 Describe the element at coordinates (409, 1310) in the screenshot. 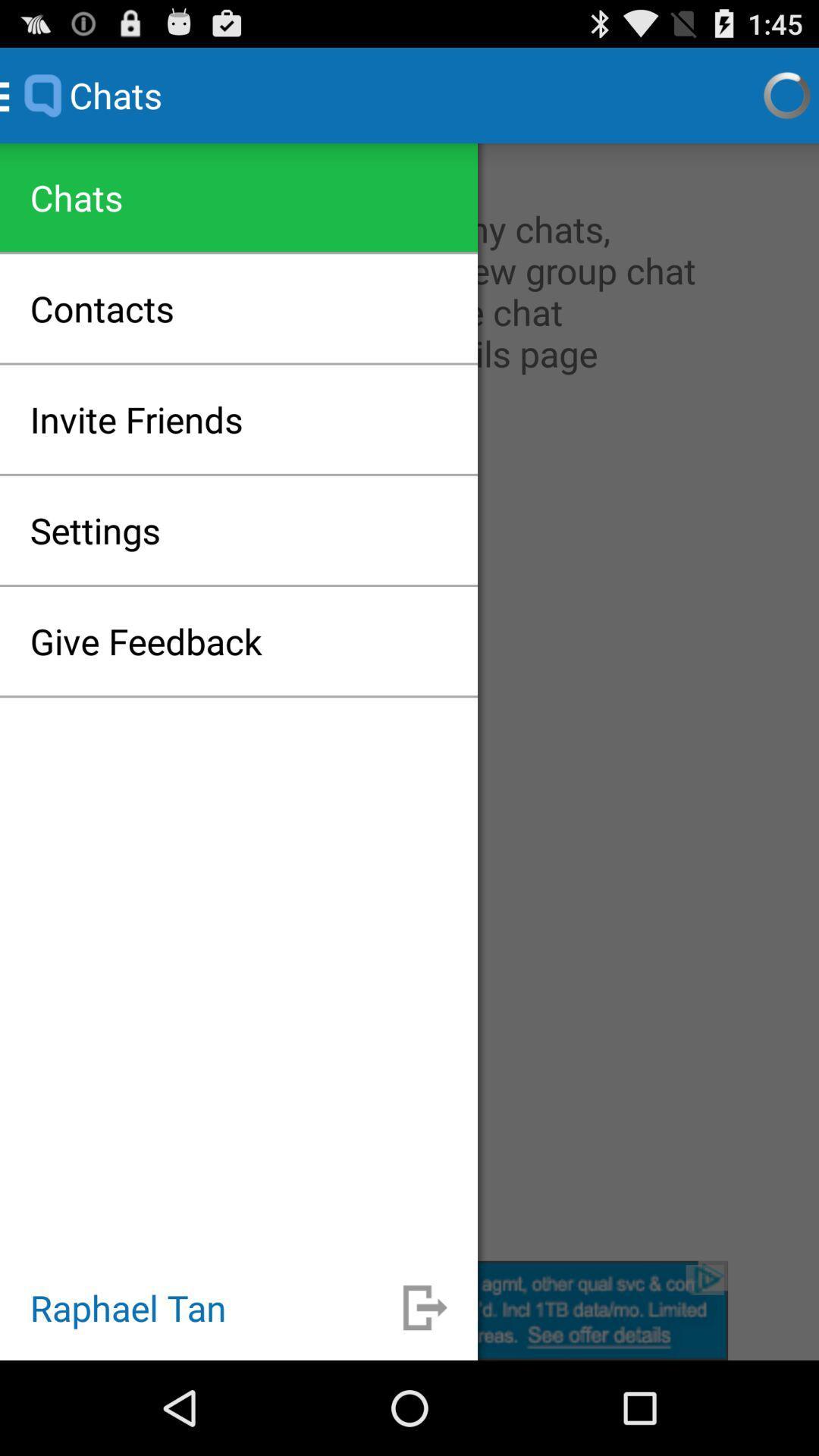

I see `logout the current user` at that location.